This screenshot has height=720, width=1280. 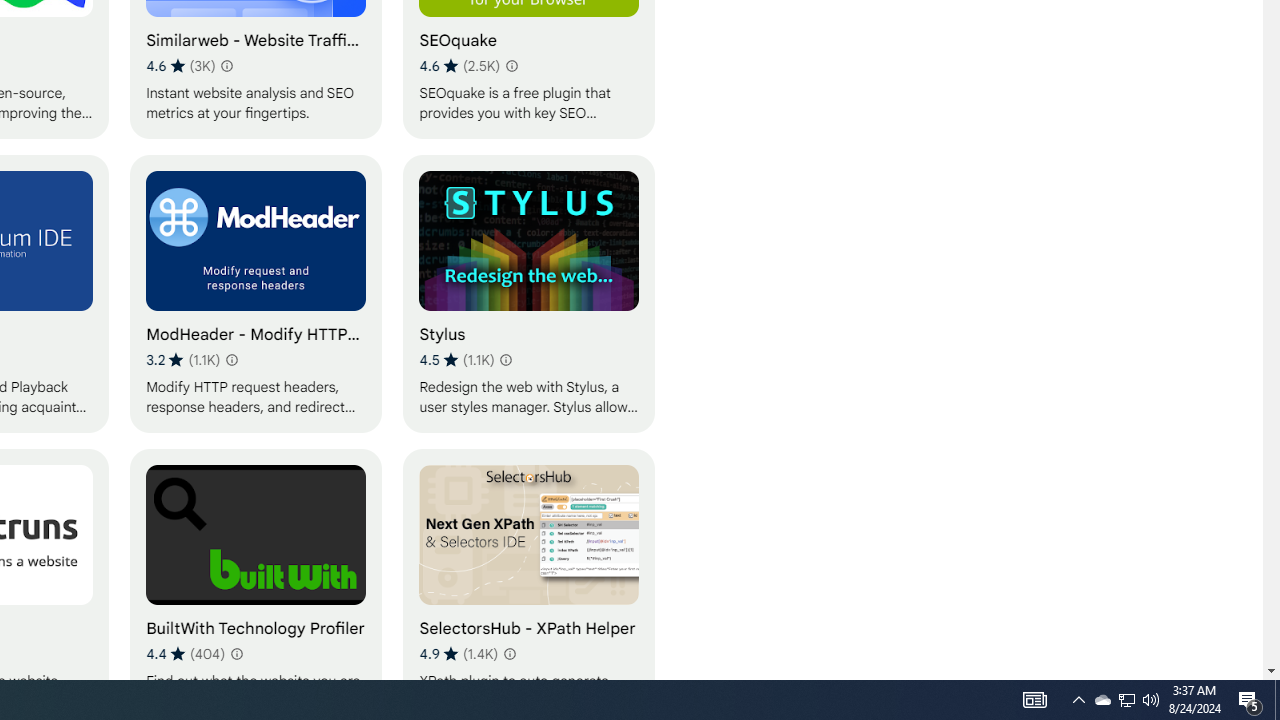 What do you see at coordinates (181, 65) in the screenshot?
I see `'Average rating 4.6 out of 5 stars. 3K ratings.'` at bounding box center [181, 65].